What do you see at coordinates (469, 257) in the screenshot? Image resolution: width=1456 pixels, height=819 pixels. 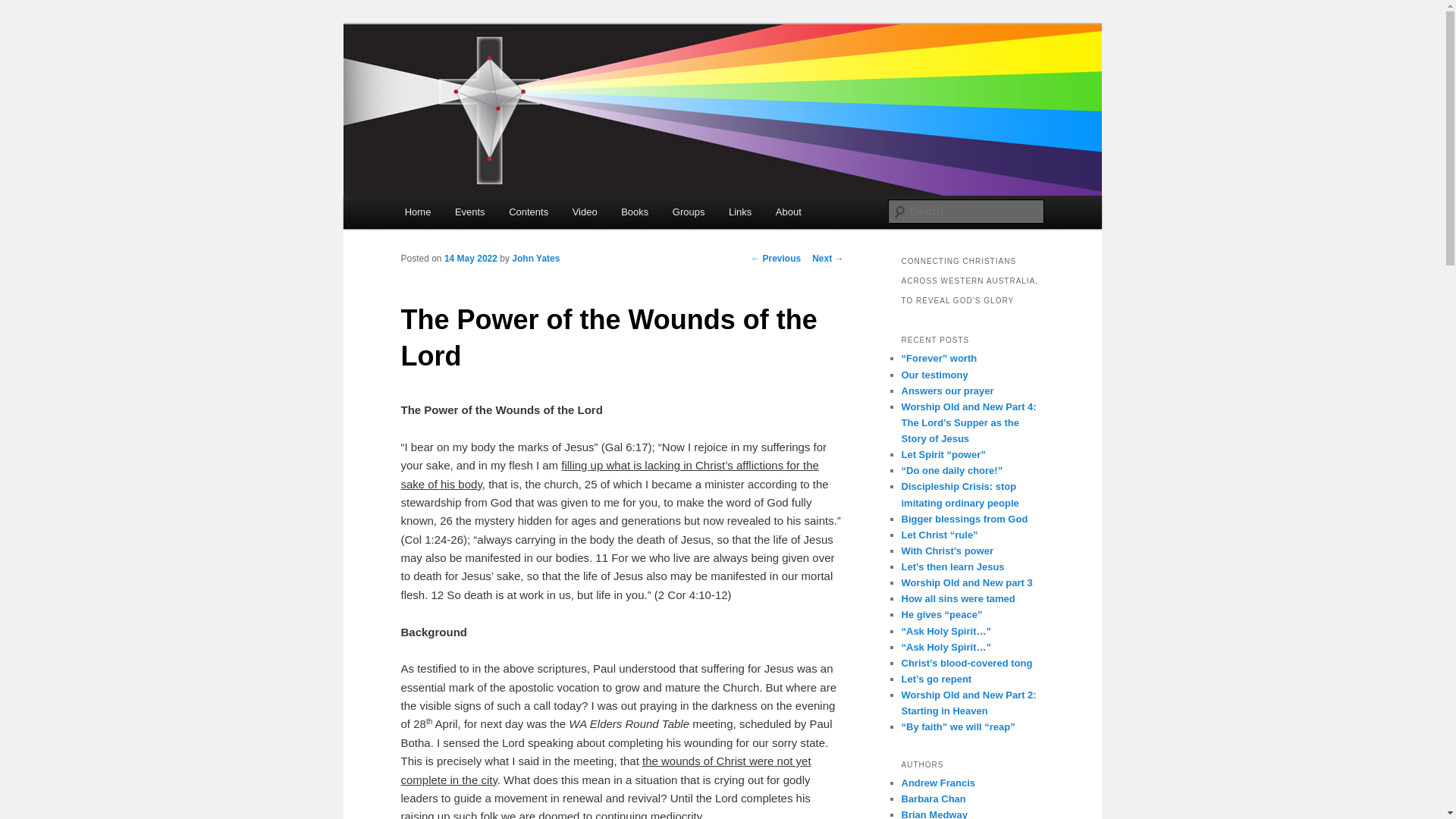 I see `'14 May 2022'` at bounding box center [469, 257].